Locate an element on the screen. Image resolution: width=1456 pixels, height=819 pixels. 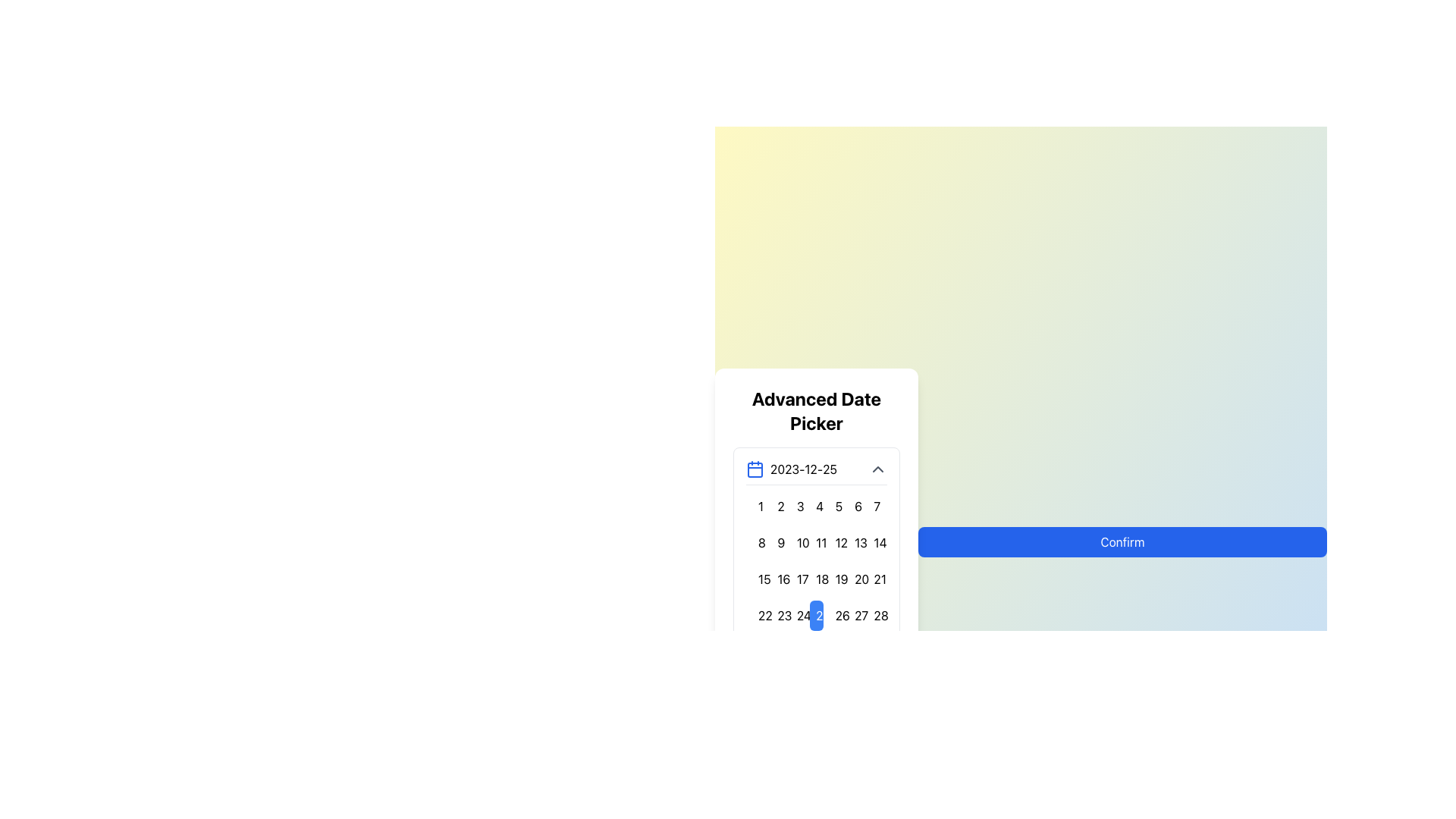
the button is located at coordinates (815, 506).